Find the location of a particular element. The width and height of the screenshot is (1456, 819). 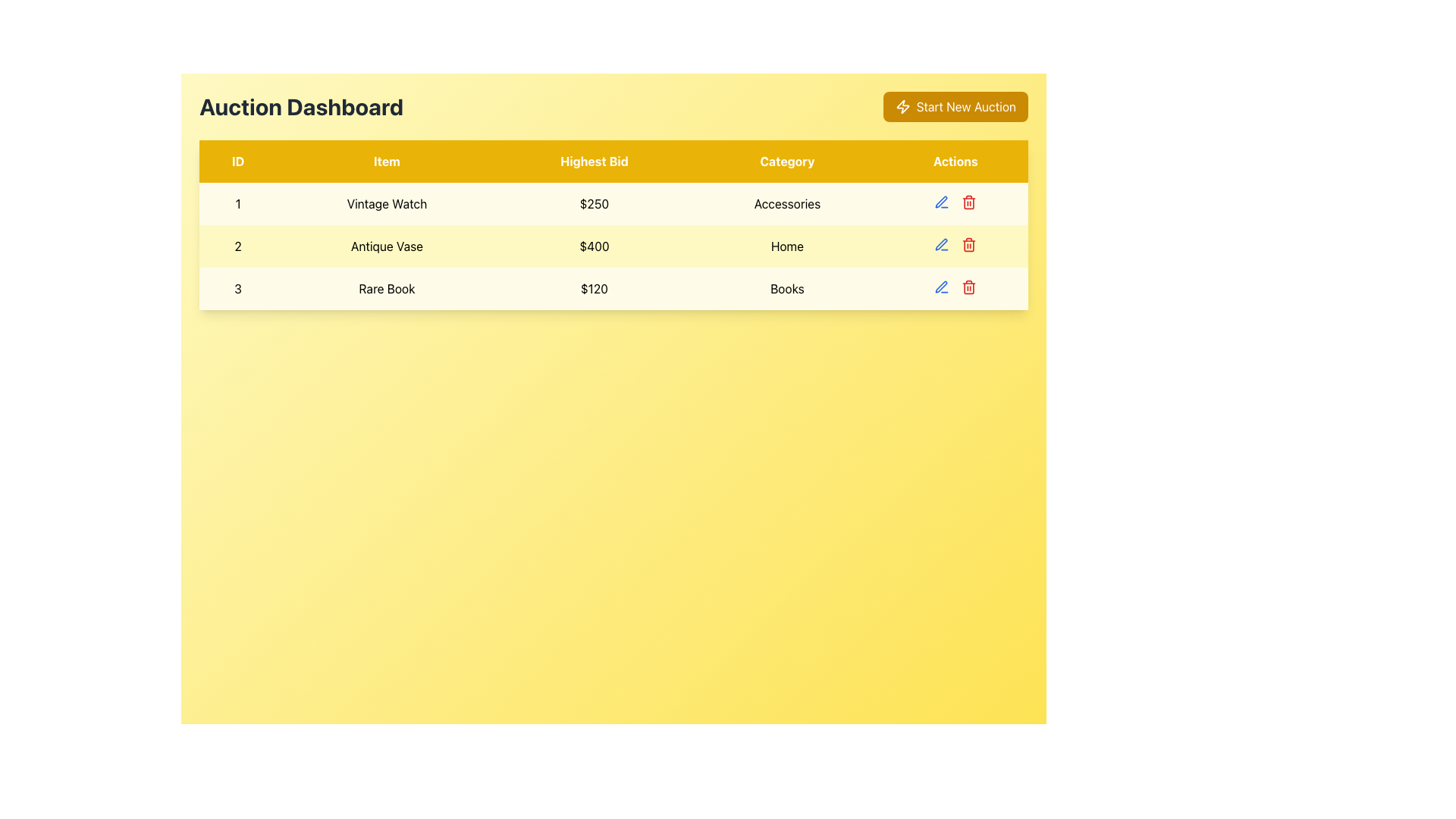

the Static Text element displaying the digit '3' located in the first column of the third row under the 'ID' column header, aligned with the 'Rare Book' entry is located at coordinates (237, 289).